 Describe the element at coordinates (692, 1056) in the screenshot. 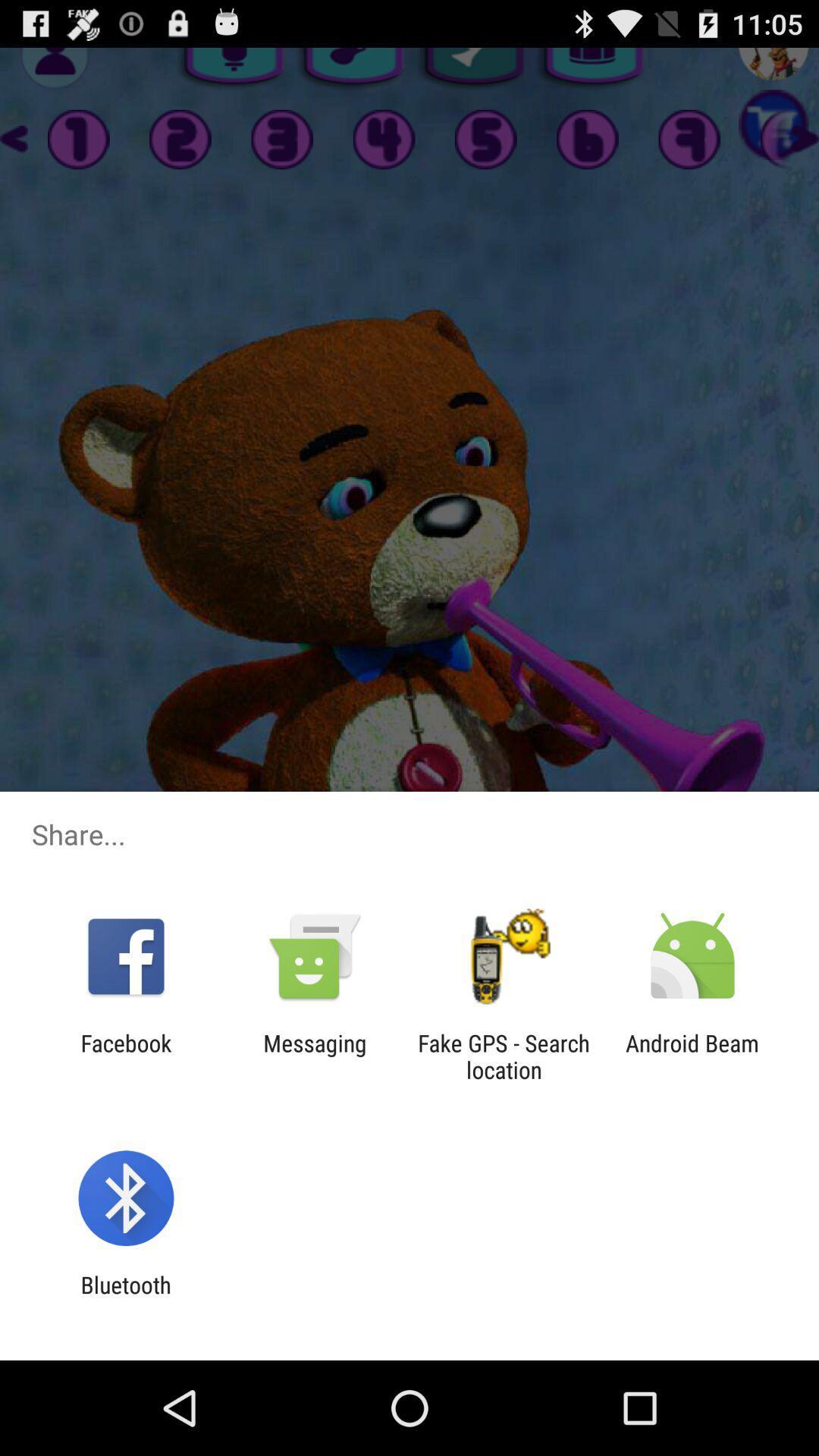

I see `the android beam icon` at that location.